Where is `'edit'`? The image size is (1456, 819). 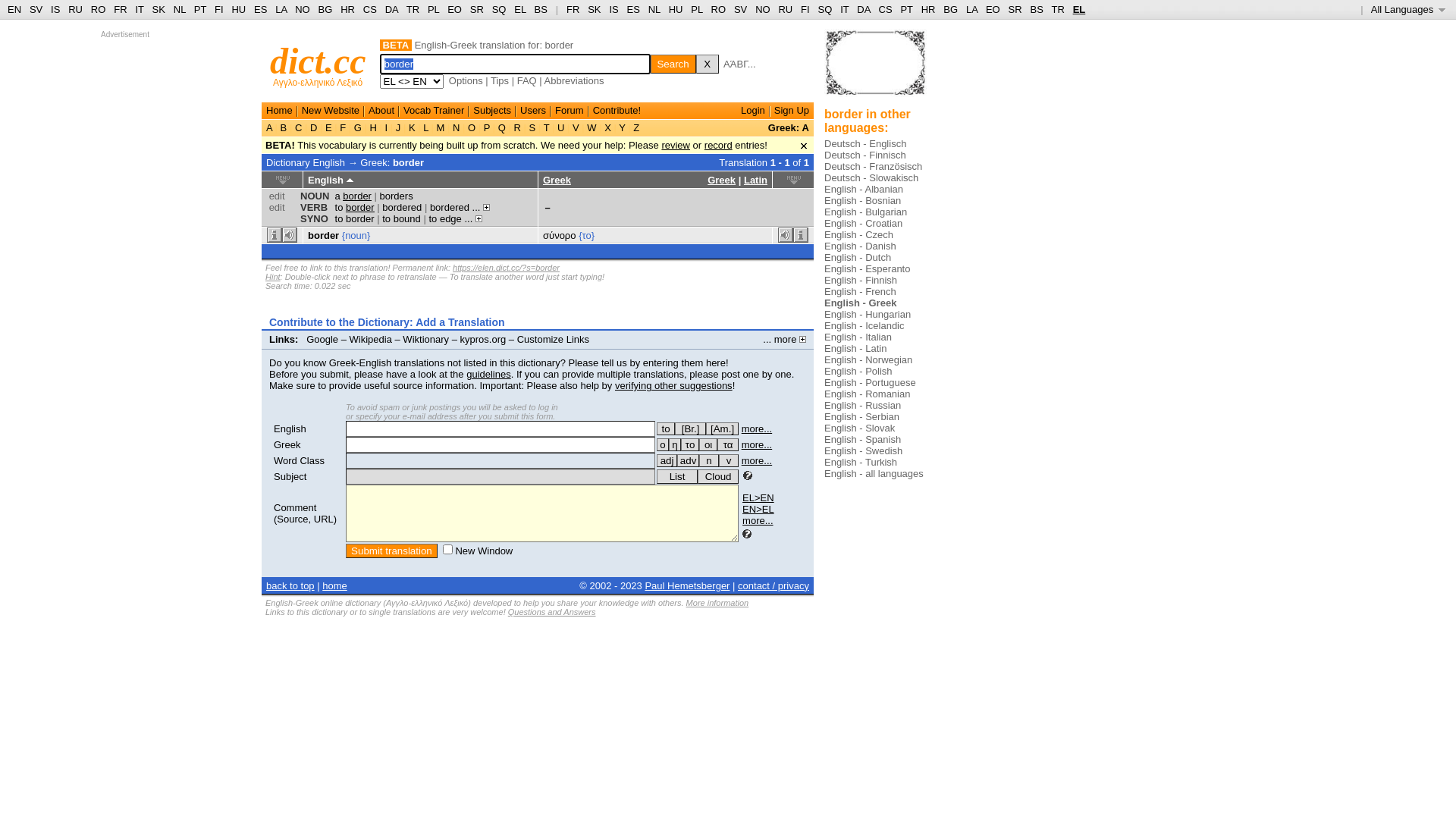
'edit' is located at coordinates (277, 207).